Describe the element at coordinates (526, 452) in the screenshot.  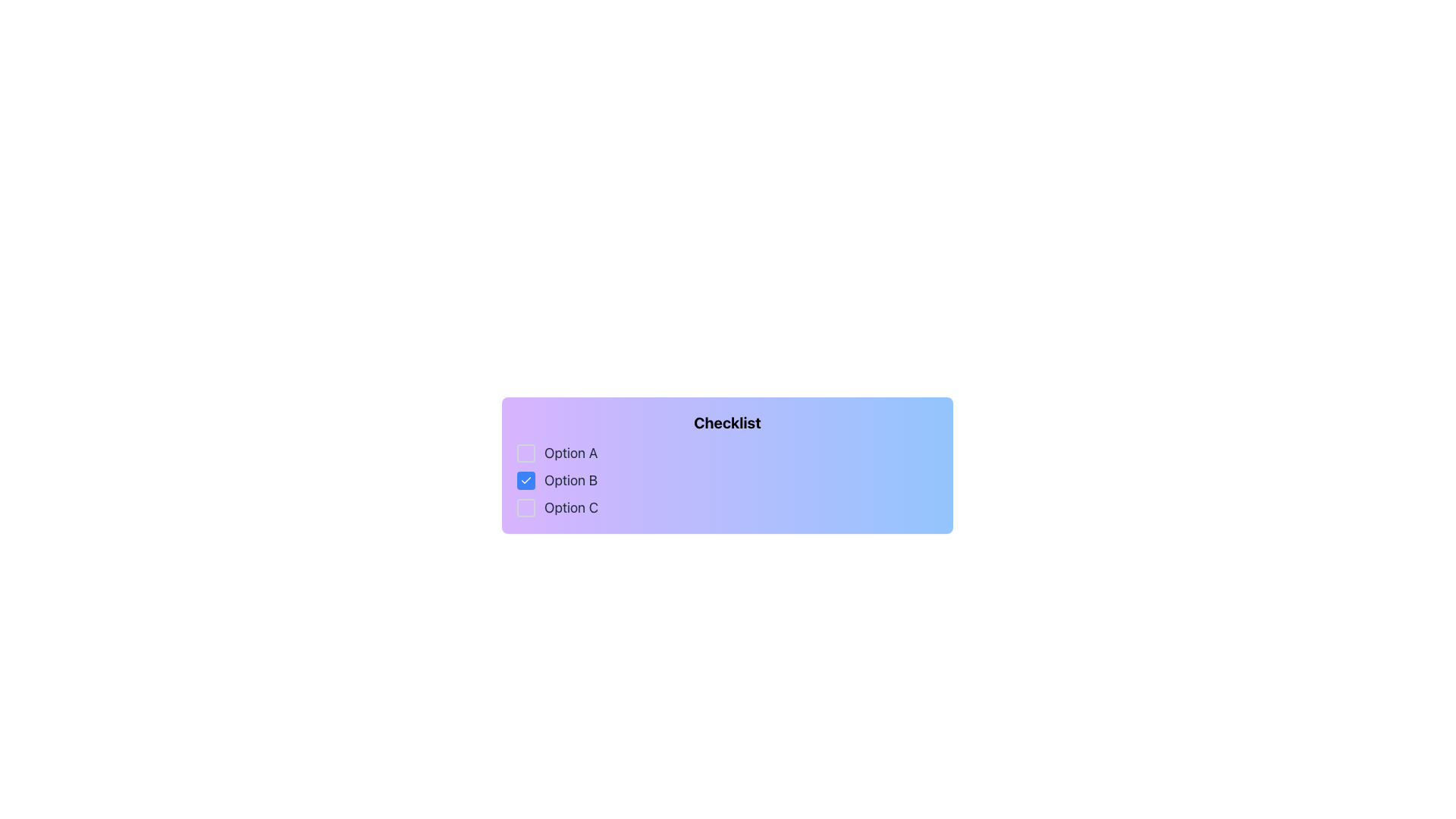
I see `the checkbox for 'Option A'` at that location.